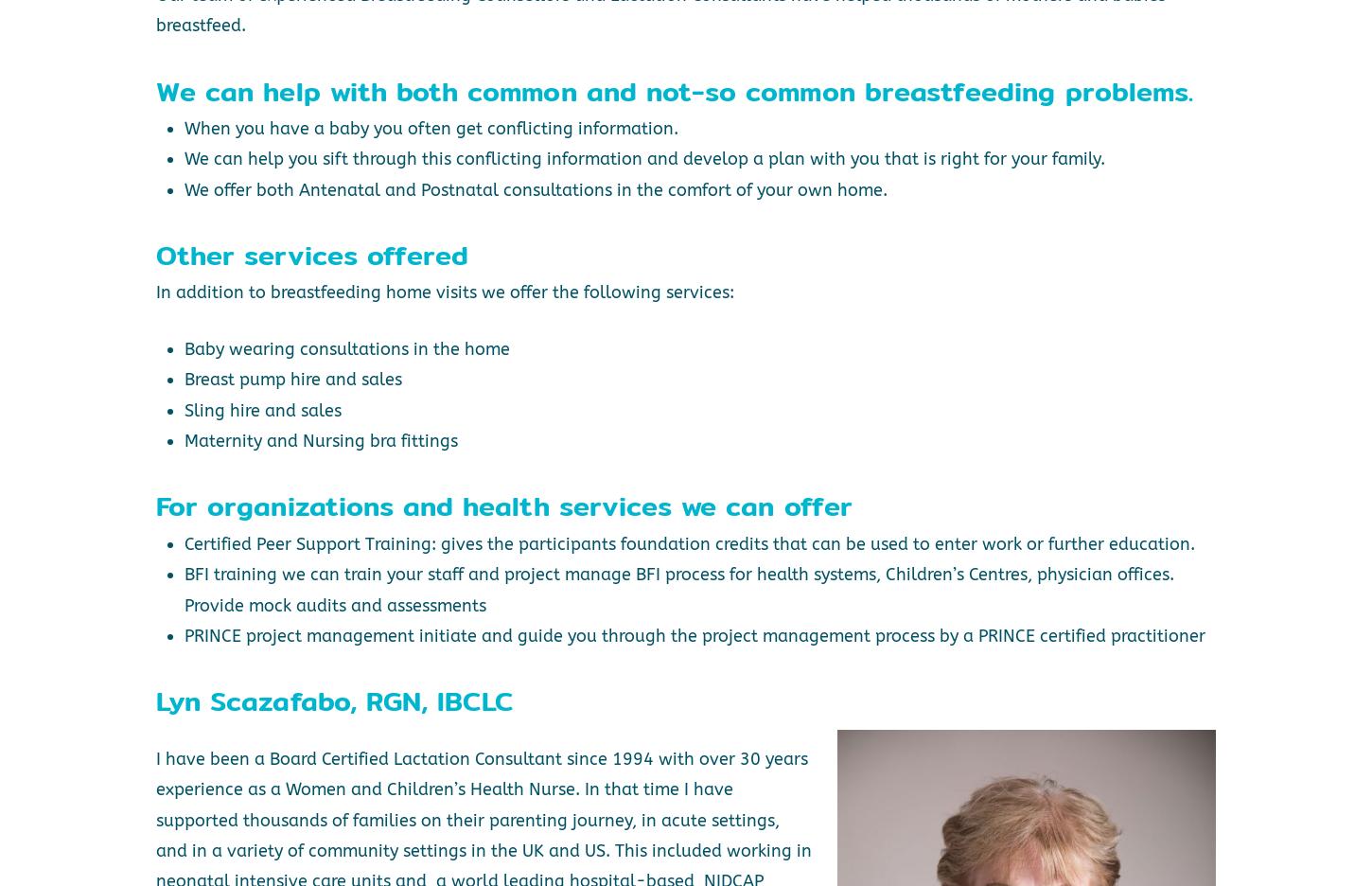 This screenshot has height=886, width=1372. I want to click on 'We can help you sift through this conflicting information and develop a plan with you that is right for your family.', so click(642, 158).